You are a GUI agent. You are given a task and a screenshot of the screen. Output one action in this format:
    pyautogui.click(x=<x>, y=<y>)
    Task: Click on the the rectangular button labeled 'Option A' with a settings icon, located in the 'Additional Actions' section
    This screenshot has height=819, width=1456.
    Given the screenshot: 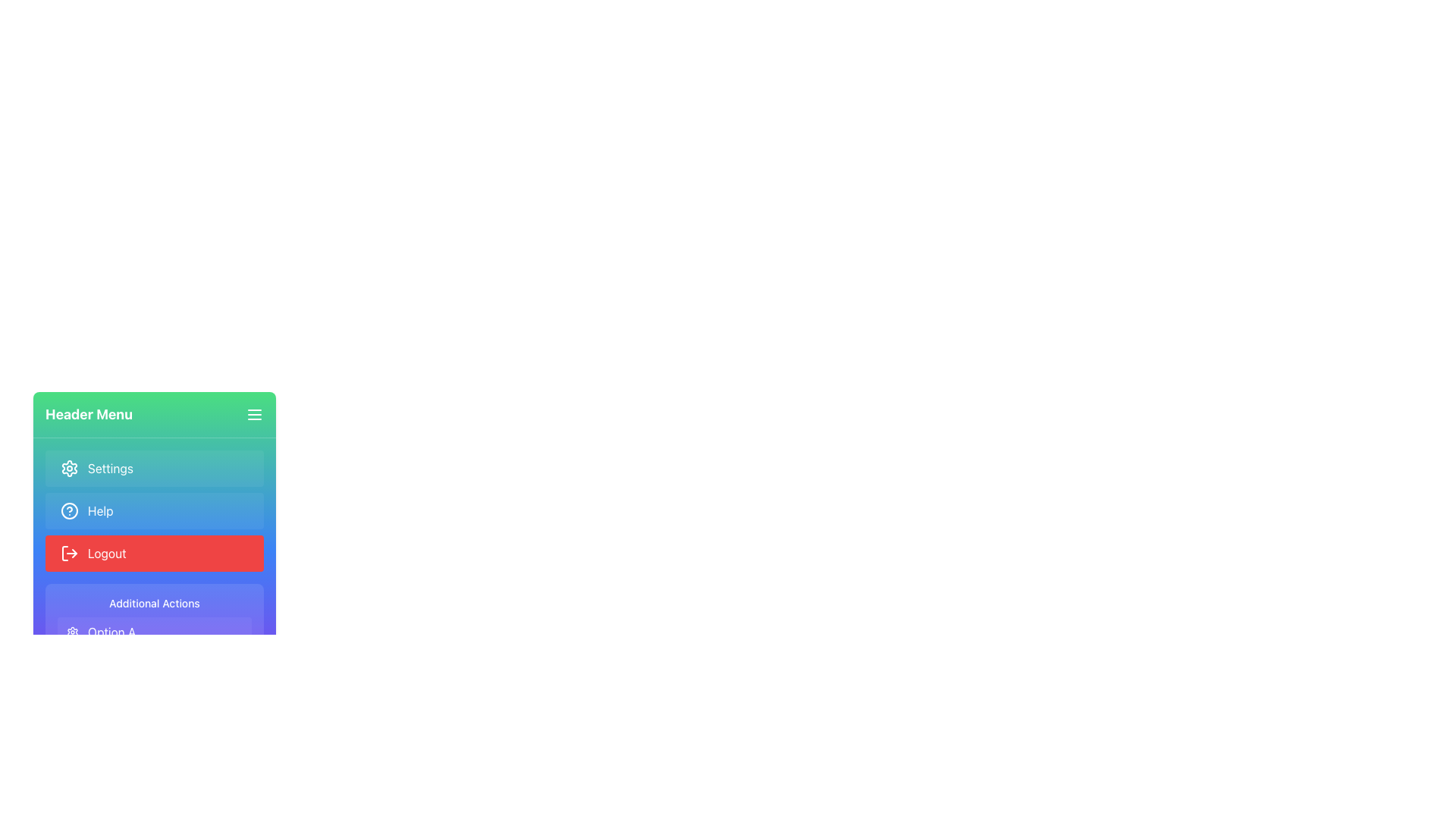 What is the action you would take?
    pyautogui.click(x=154, y=632)
    